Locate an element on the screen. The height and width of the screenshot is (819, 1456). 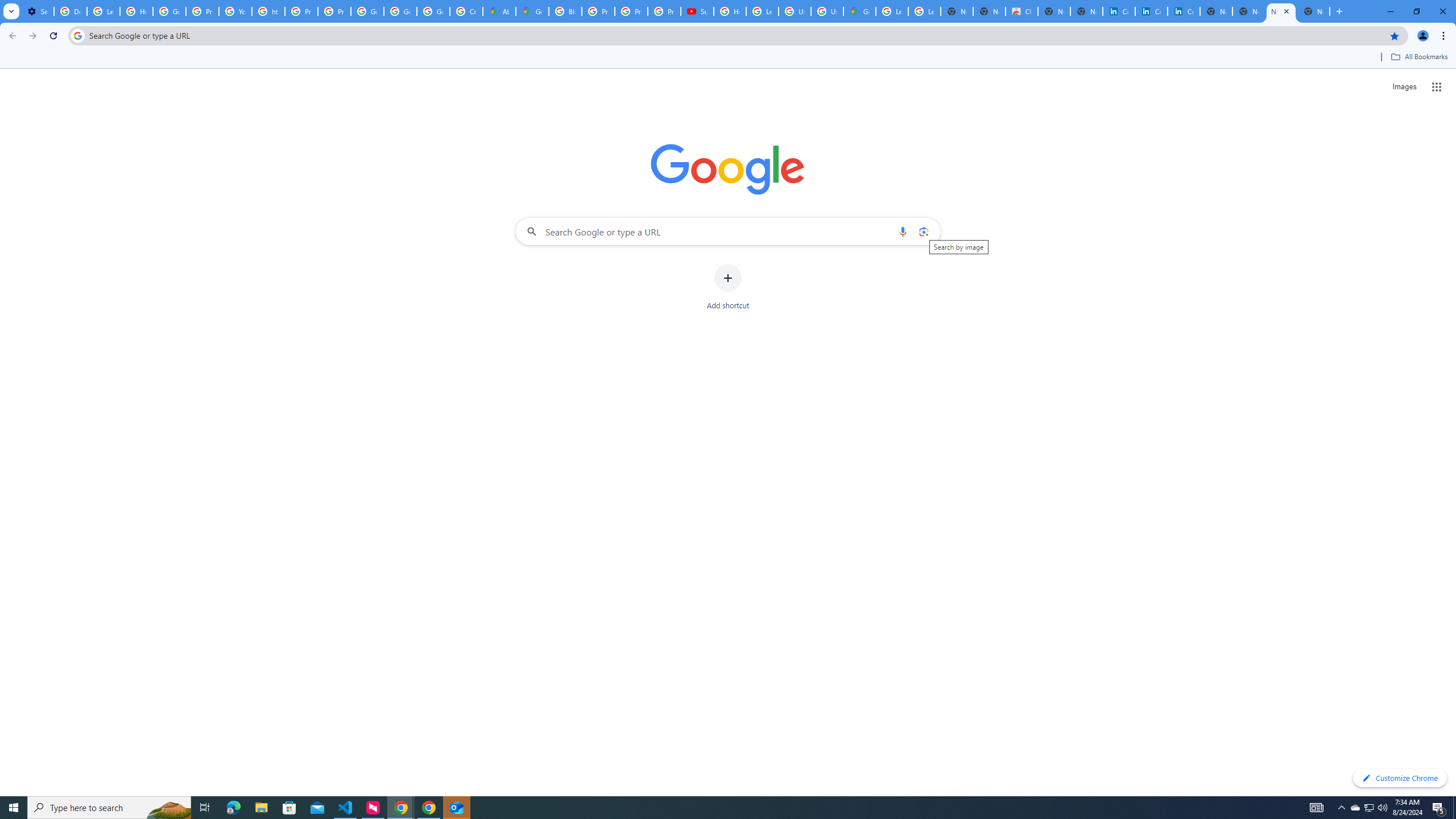
'Subscriptions - YouTube' is located at coordinates (697, 11).